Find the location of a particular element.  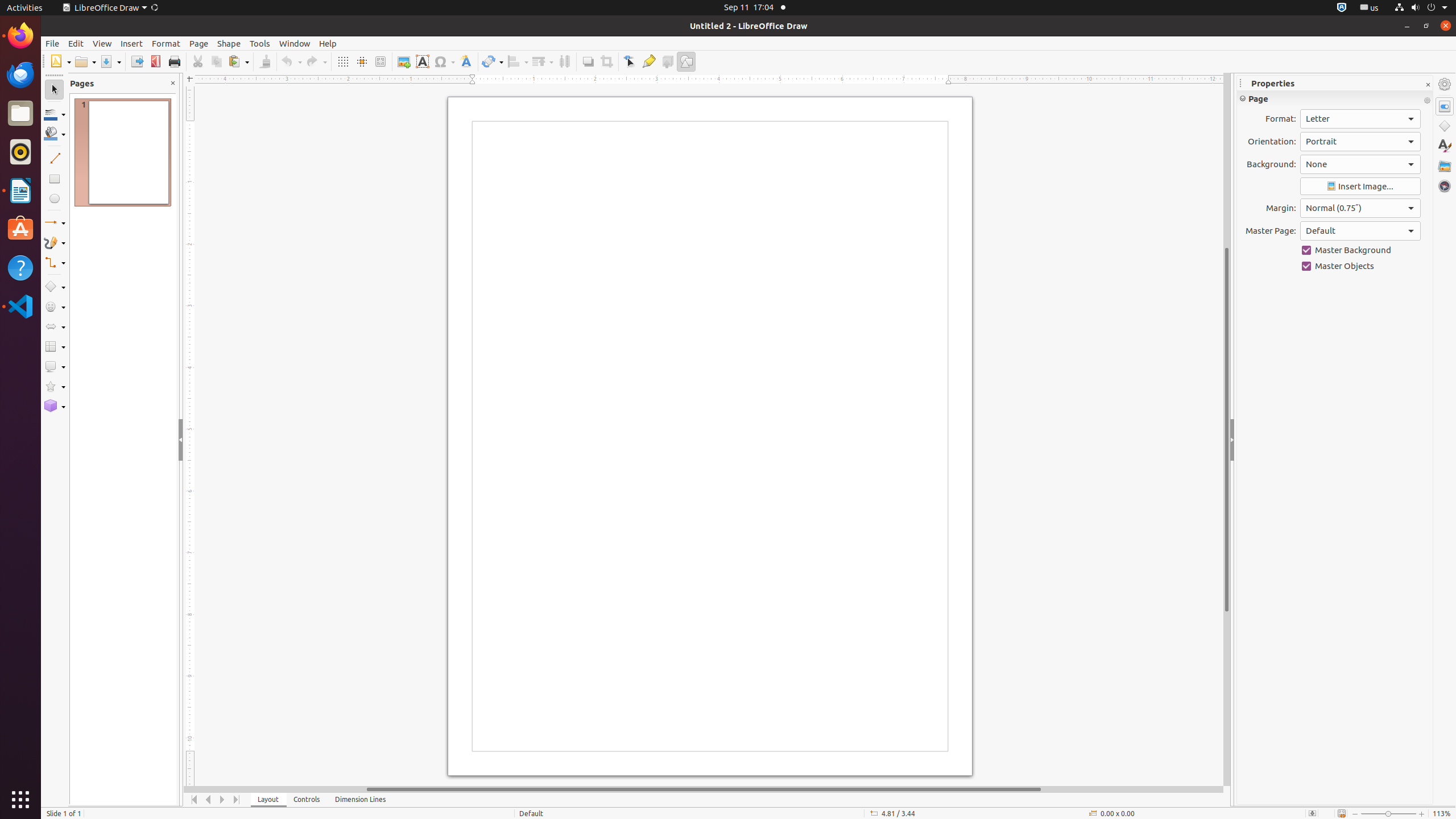

'Master Background' is located at coordinates (1360, 250).